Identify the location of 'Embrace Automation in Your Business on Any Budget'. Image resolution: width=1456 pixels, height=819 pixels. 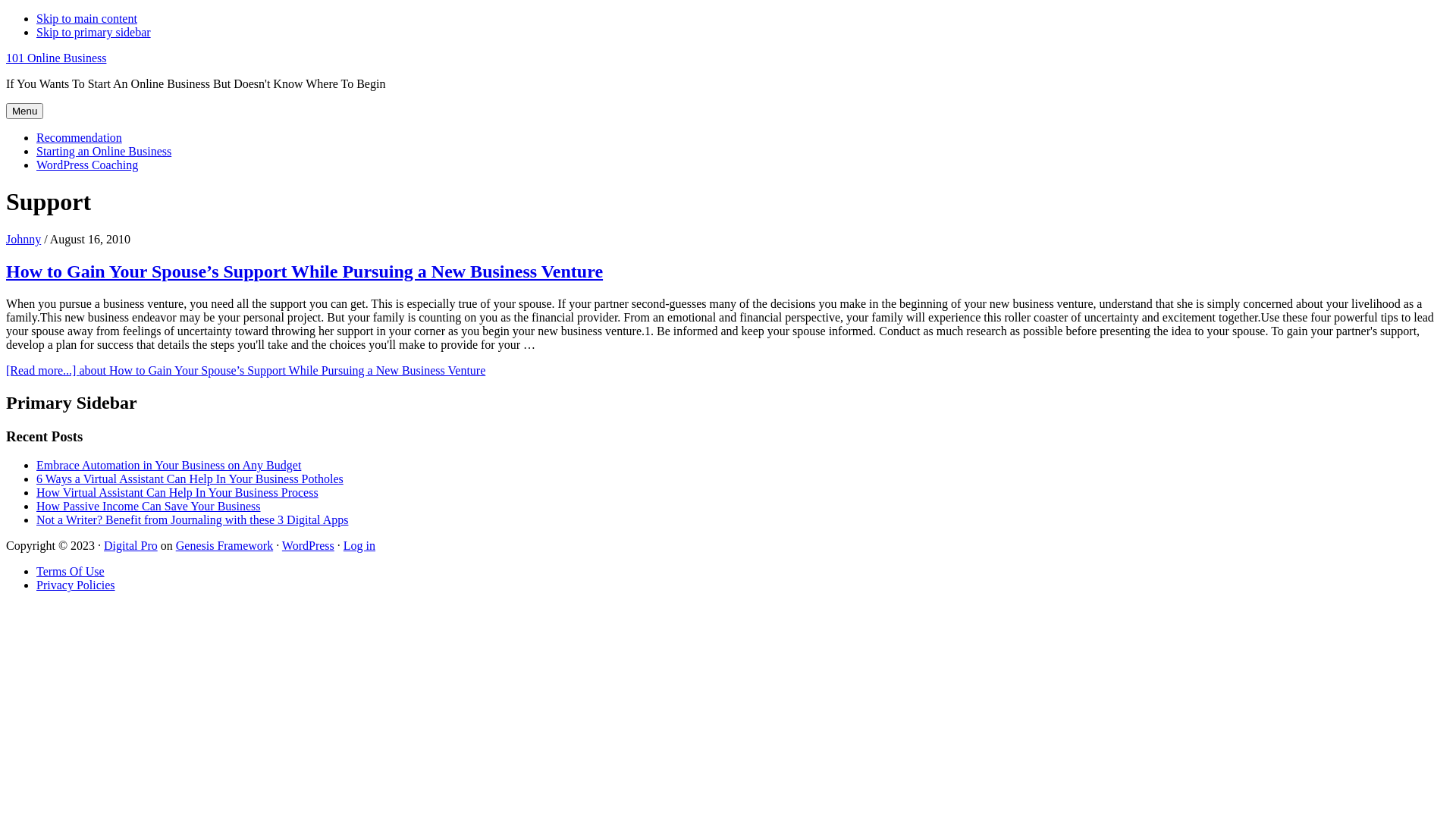
(36, 464).